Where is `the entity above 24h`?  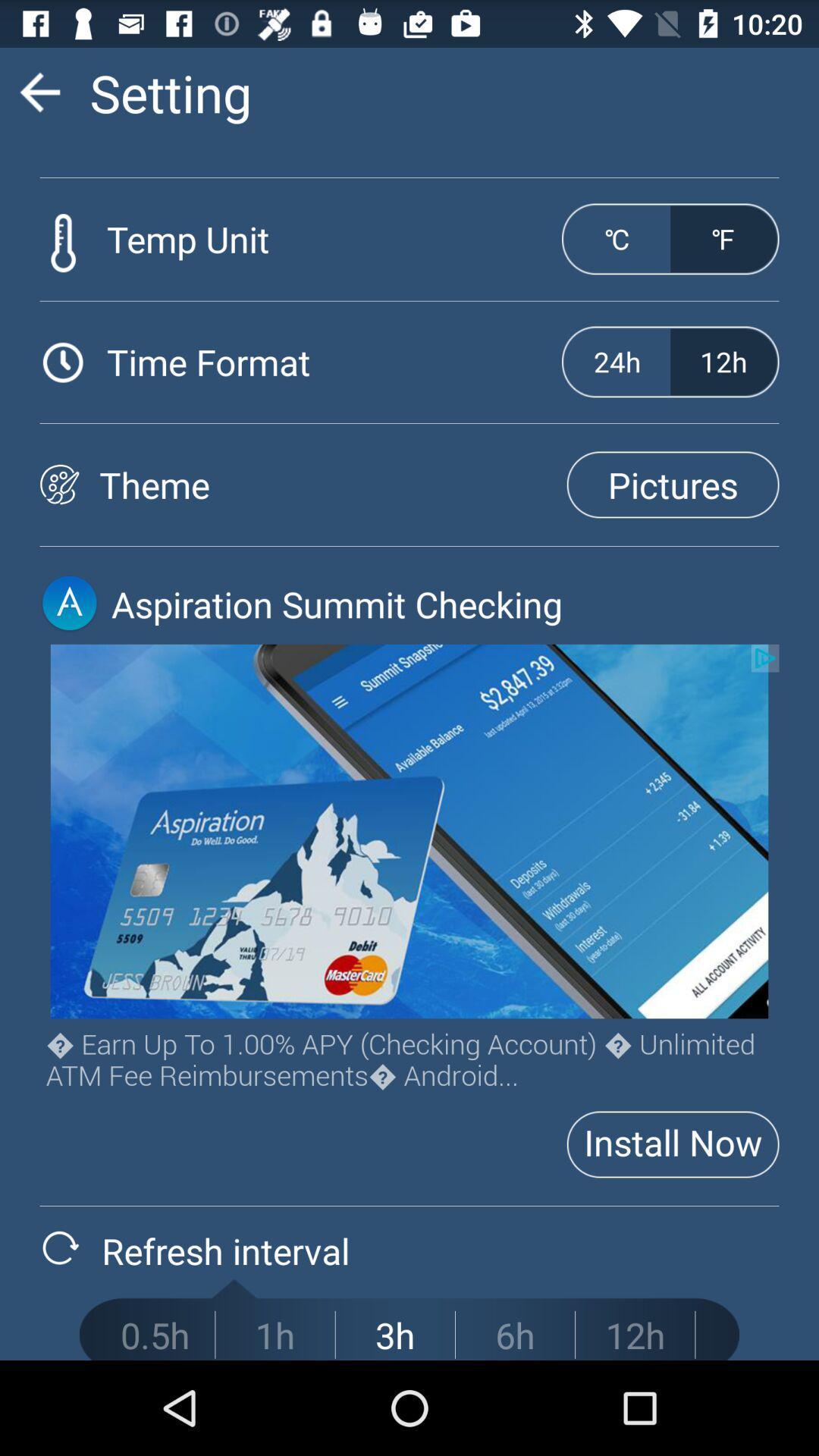 the entity above 24h is located at coordinates (617, 238).